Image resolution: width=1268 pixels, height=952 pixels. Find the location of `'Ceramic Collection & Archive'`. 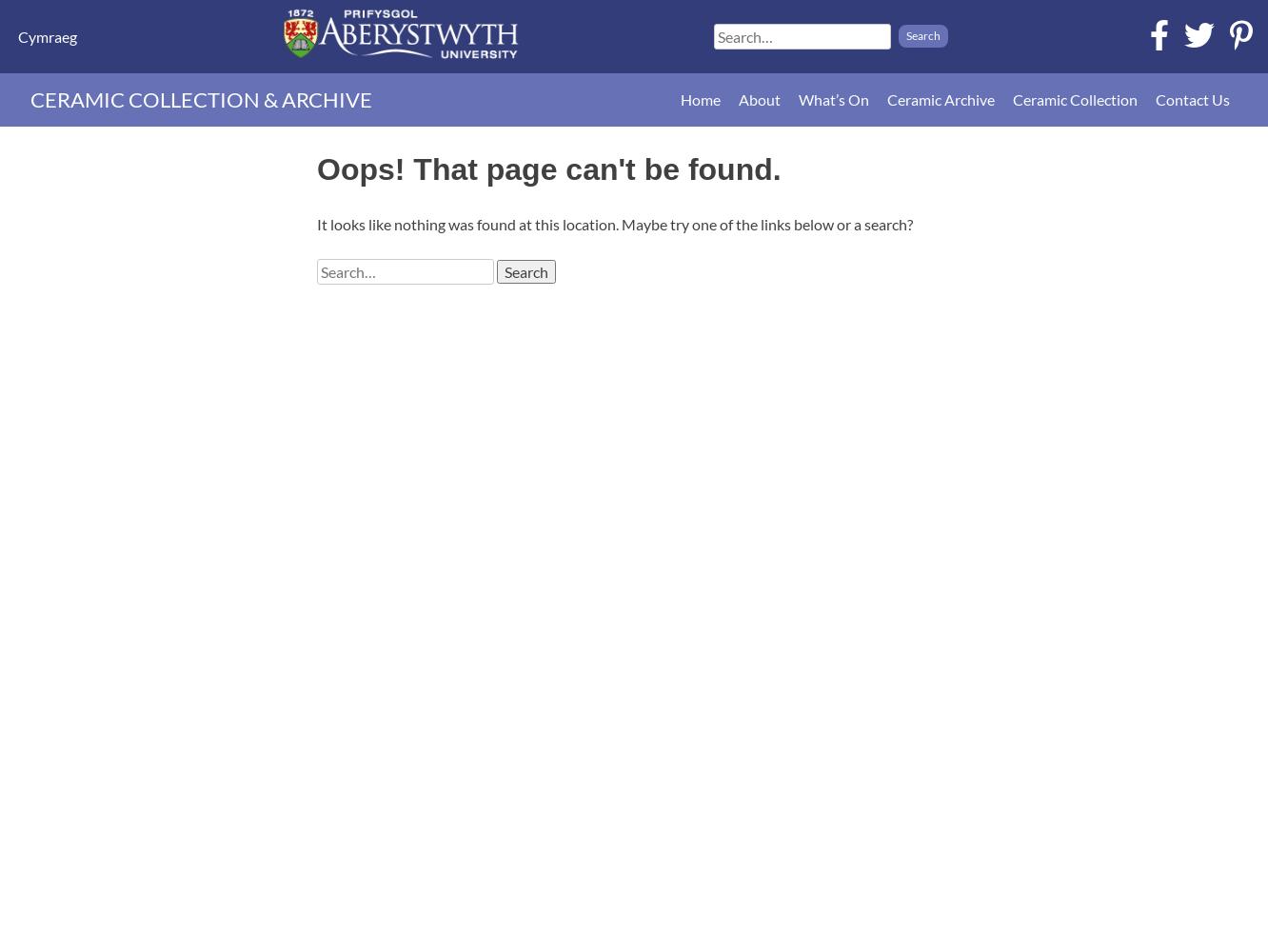

'Ceramic Collection & Archive' is located at coordinates (200, 97).